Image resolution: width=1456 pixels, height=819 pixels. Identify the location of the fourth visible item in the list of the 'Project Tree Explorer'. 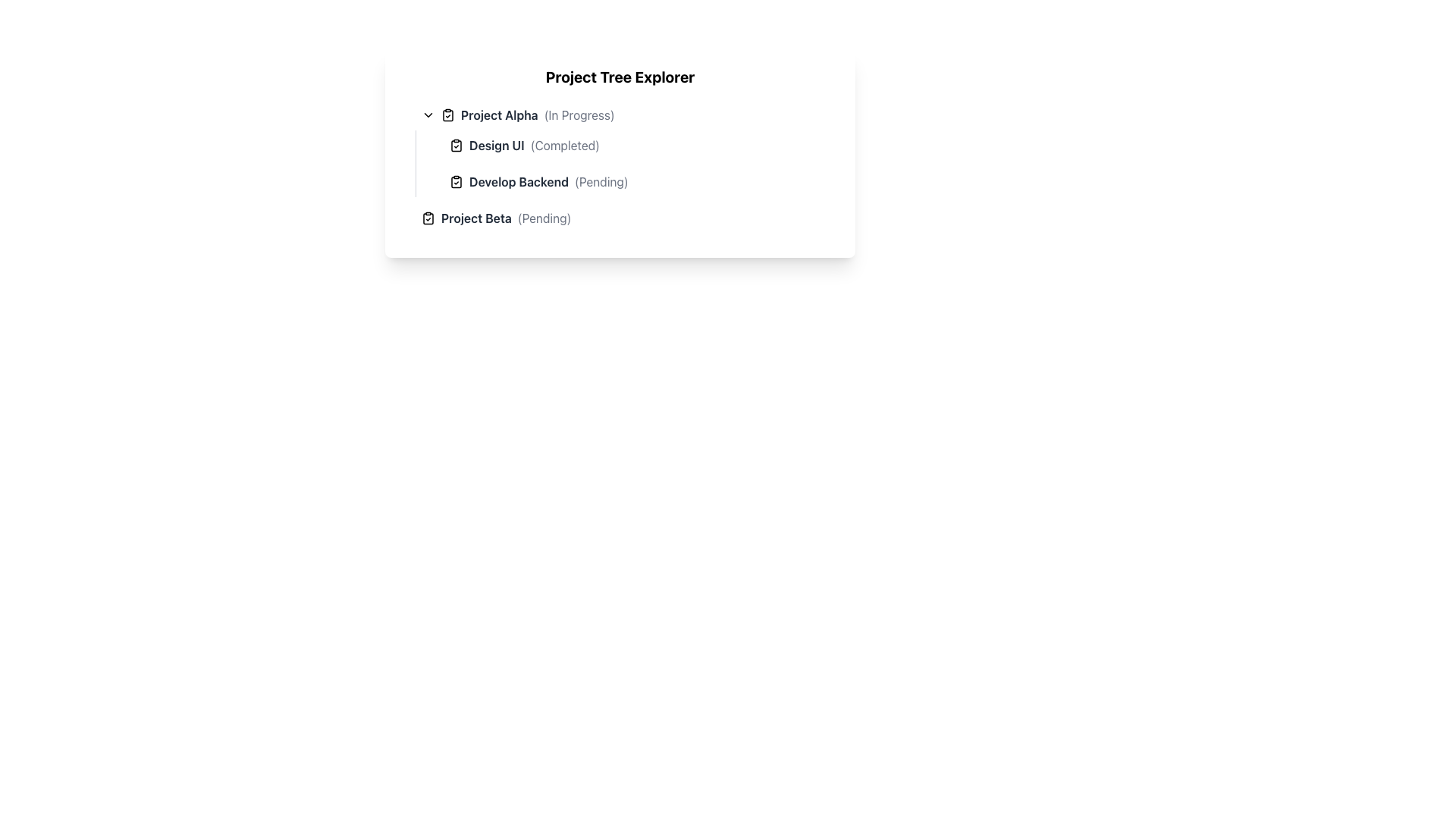
(626, 218).